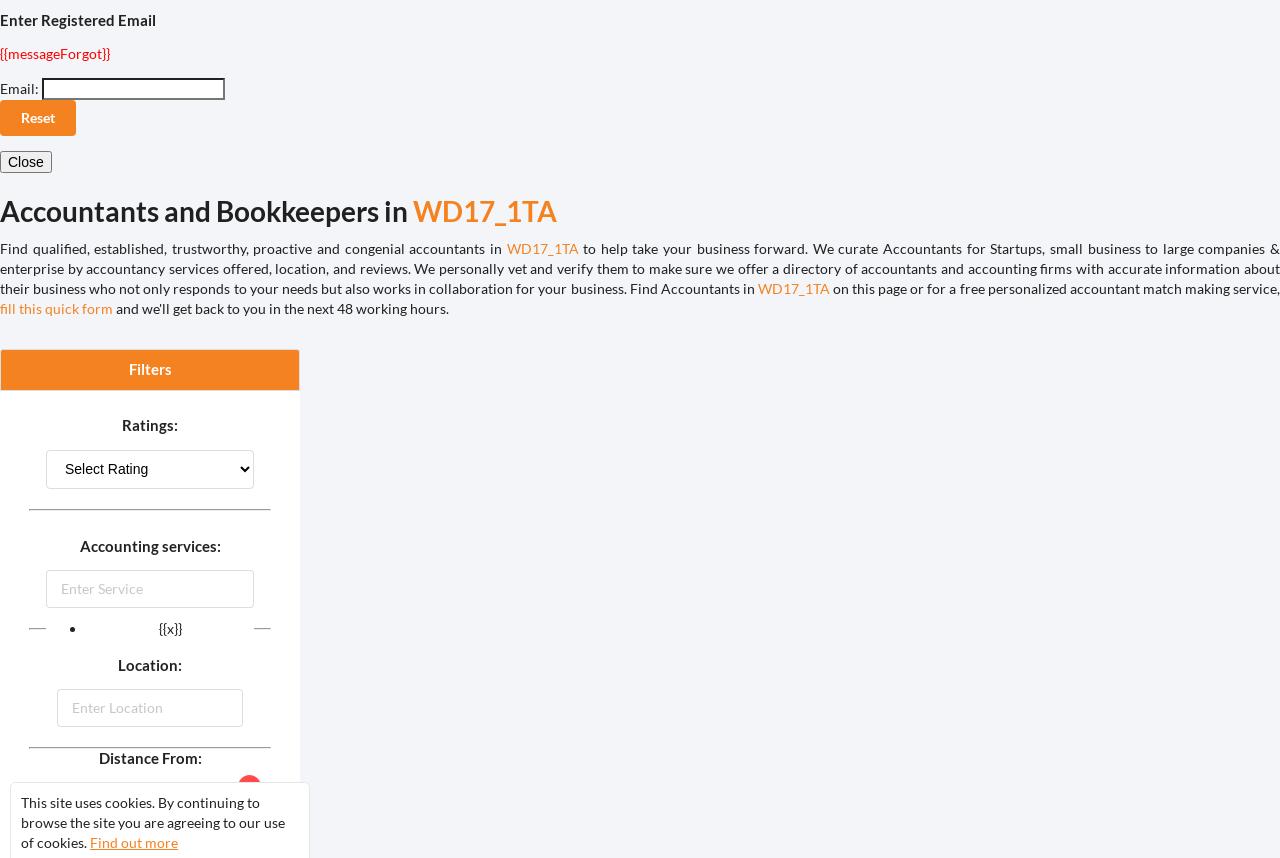 This screenshot has width=1280, height=858. Describe the element at coordinates (19, 88) in the screenshot. I see `'Email:'` at that location.